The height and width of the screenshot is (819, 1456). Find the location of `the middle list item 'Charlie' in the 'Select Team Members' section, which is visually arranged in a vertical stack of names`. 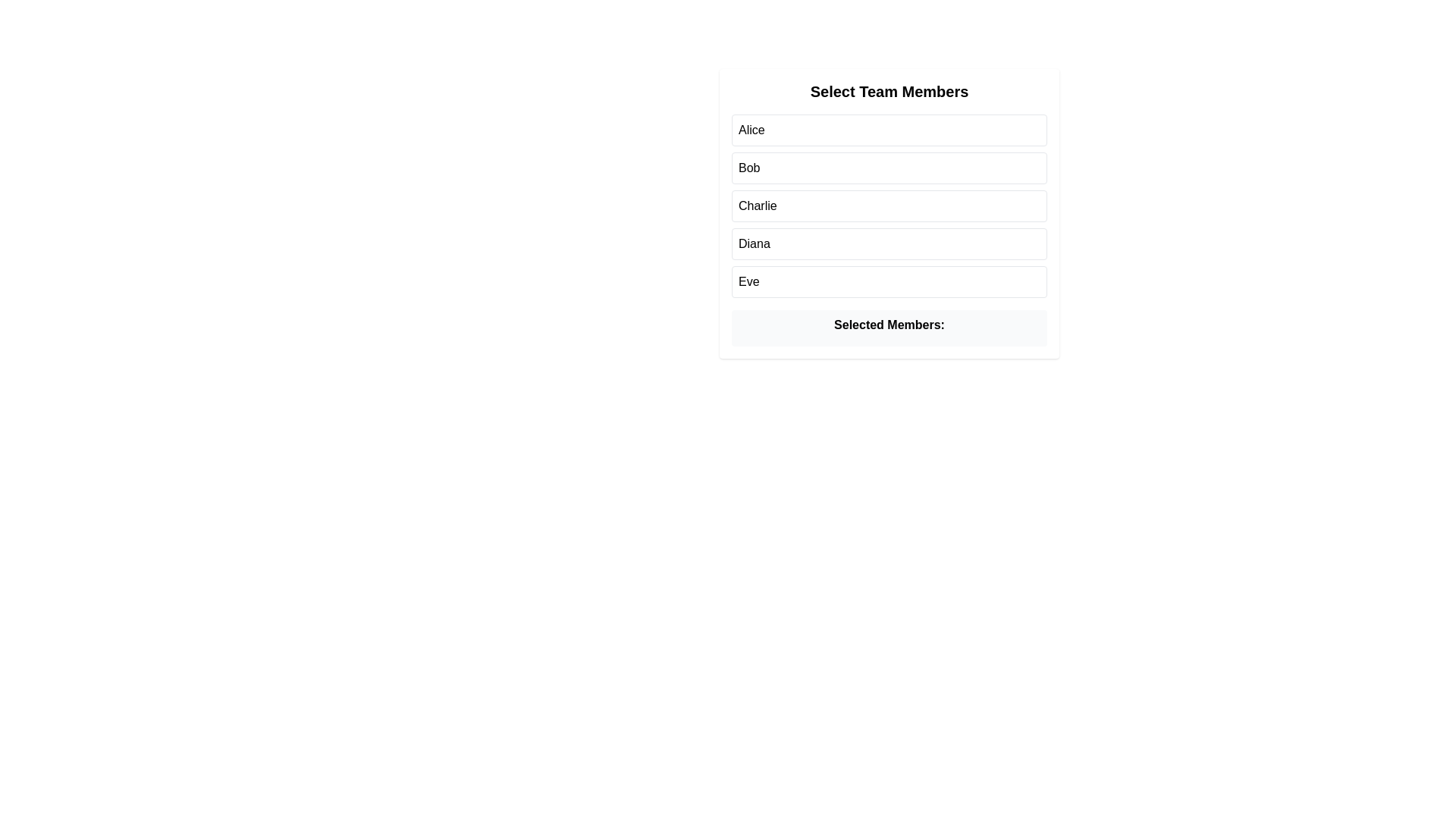

the middle list item 'Charlie' in the 'Select Team Members' section, which is visually arranged in a vertical stack of names is located at coordinates (889, 206).